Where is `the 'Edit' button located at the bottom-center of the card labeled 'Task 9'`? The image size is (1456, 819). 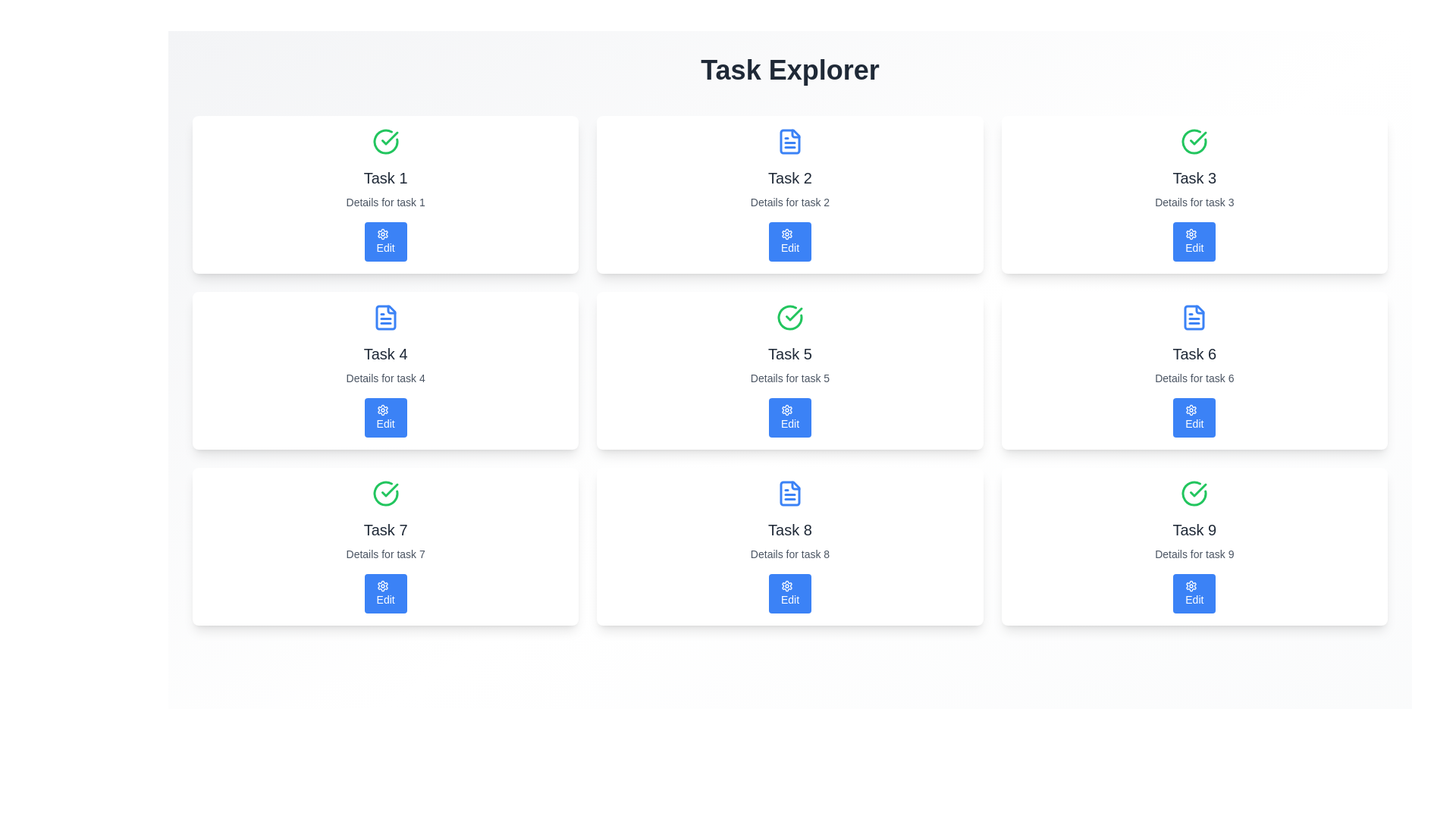
the 'Edit' button located at the bottom-center of the card labeled 'Task 9' is located at coordinates (1194, 593).